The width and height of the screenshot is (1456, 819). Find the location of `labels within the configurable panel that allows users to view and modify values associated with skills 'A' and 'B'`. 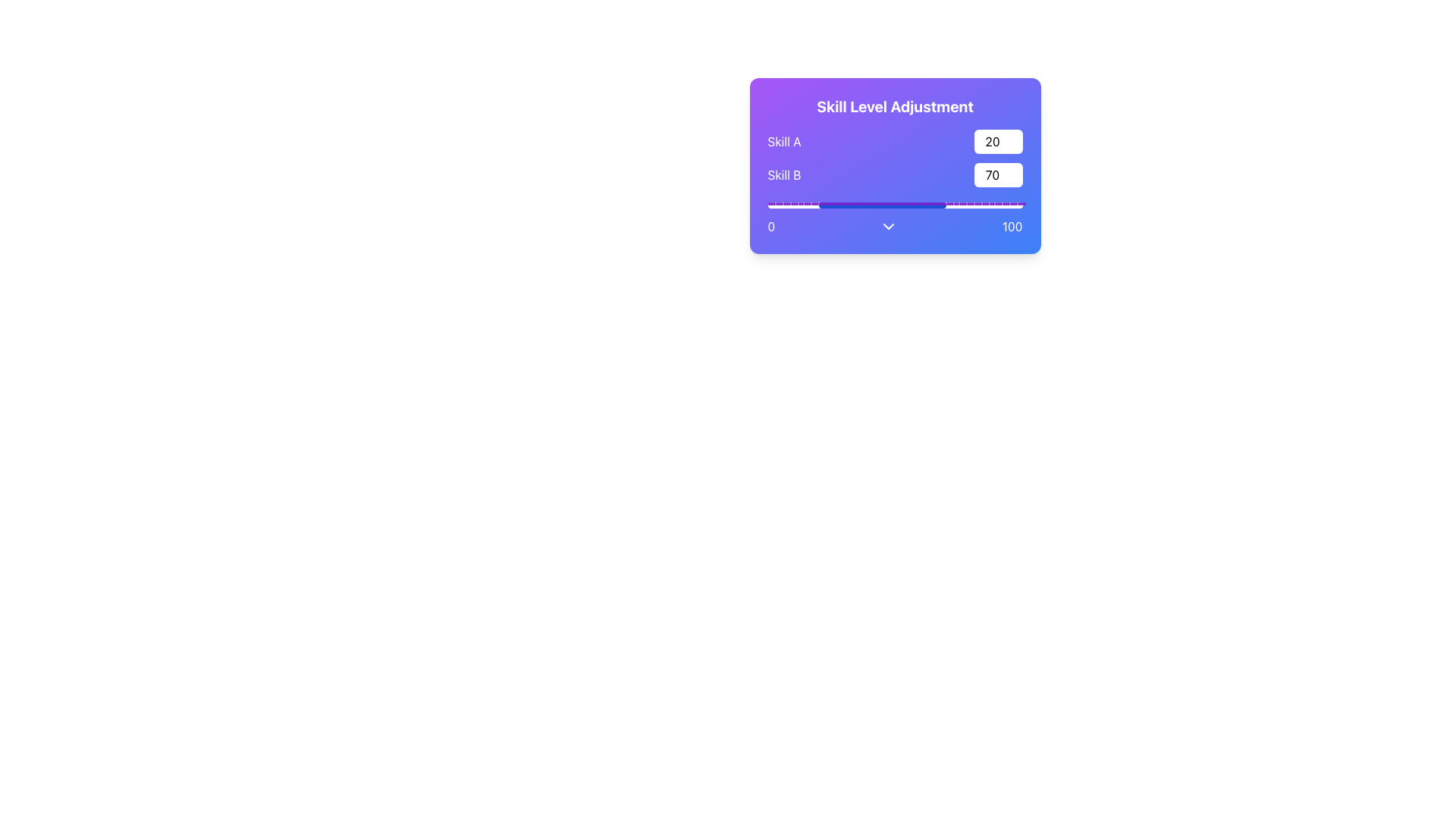

labels within the configurable panel that allows users to view and modify values associated with skills 'A' and 'B' is located at coordinates (895, 166).